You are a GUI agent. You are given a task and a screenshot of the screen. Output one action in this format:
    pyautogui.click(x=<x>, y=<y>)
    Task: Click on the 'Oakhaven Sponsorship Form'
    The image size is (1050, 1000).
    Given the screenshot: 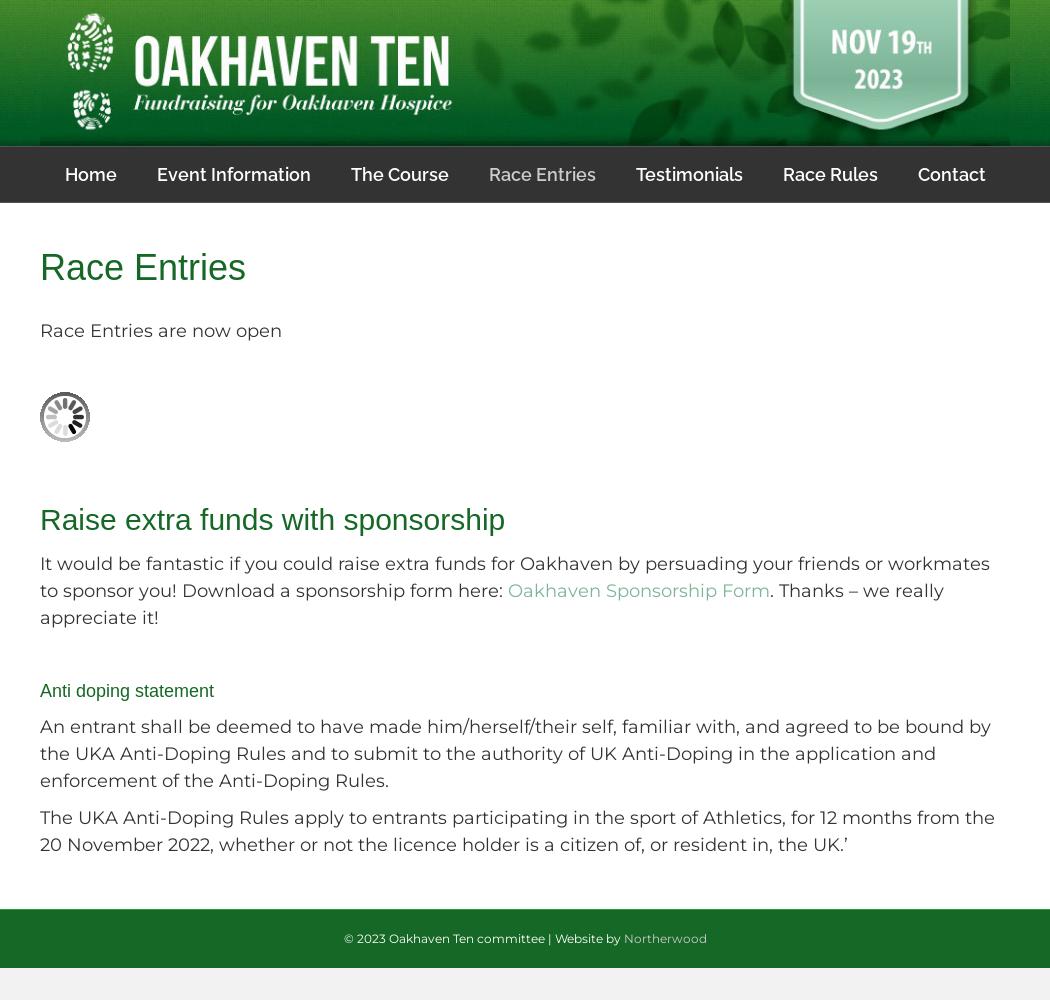 What is the action you would take?
    pyautogui.click(x=638, y=590)
    